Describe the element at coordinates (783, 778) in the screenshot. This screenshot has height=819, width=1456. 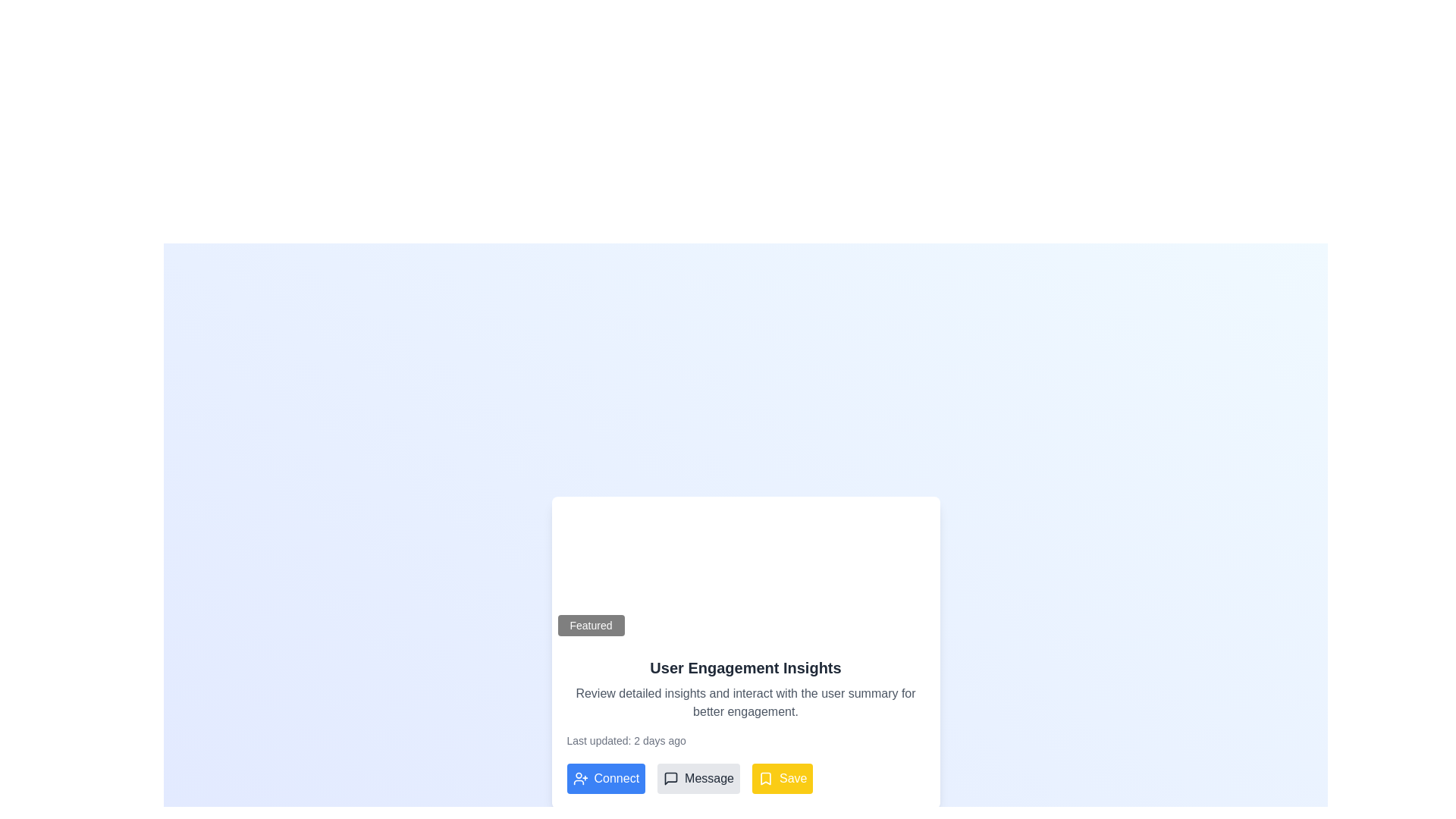
I see `the 'Save' button, which is the third button in a horizontal row at the bottom of the card layout` at that location.